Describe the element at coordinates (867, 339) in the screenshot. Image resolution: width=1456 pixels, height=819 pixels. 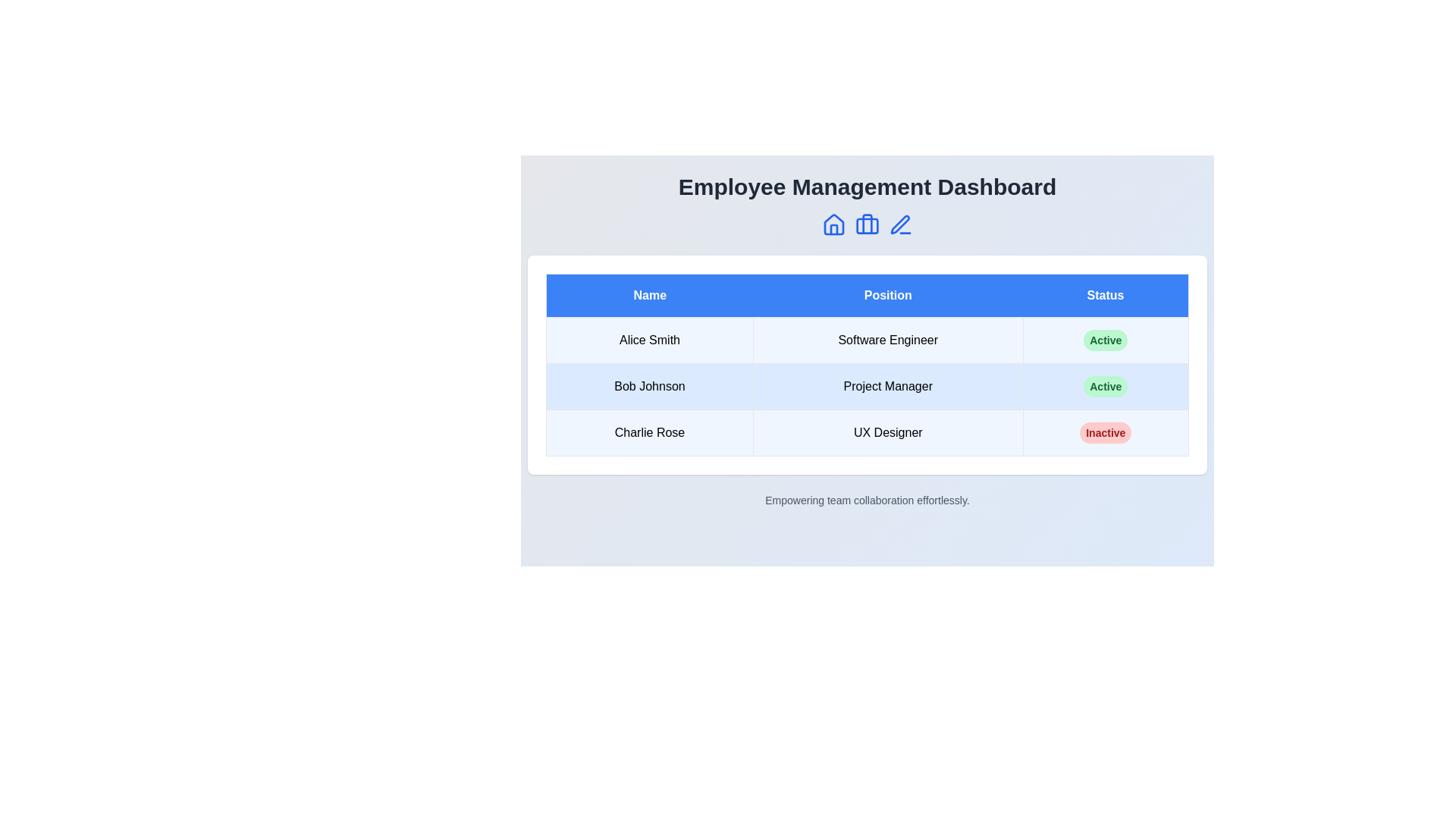
I see `information presented in the first table row regarding employee Alice Smith, who is a Software Engineer and currently active` at that location.